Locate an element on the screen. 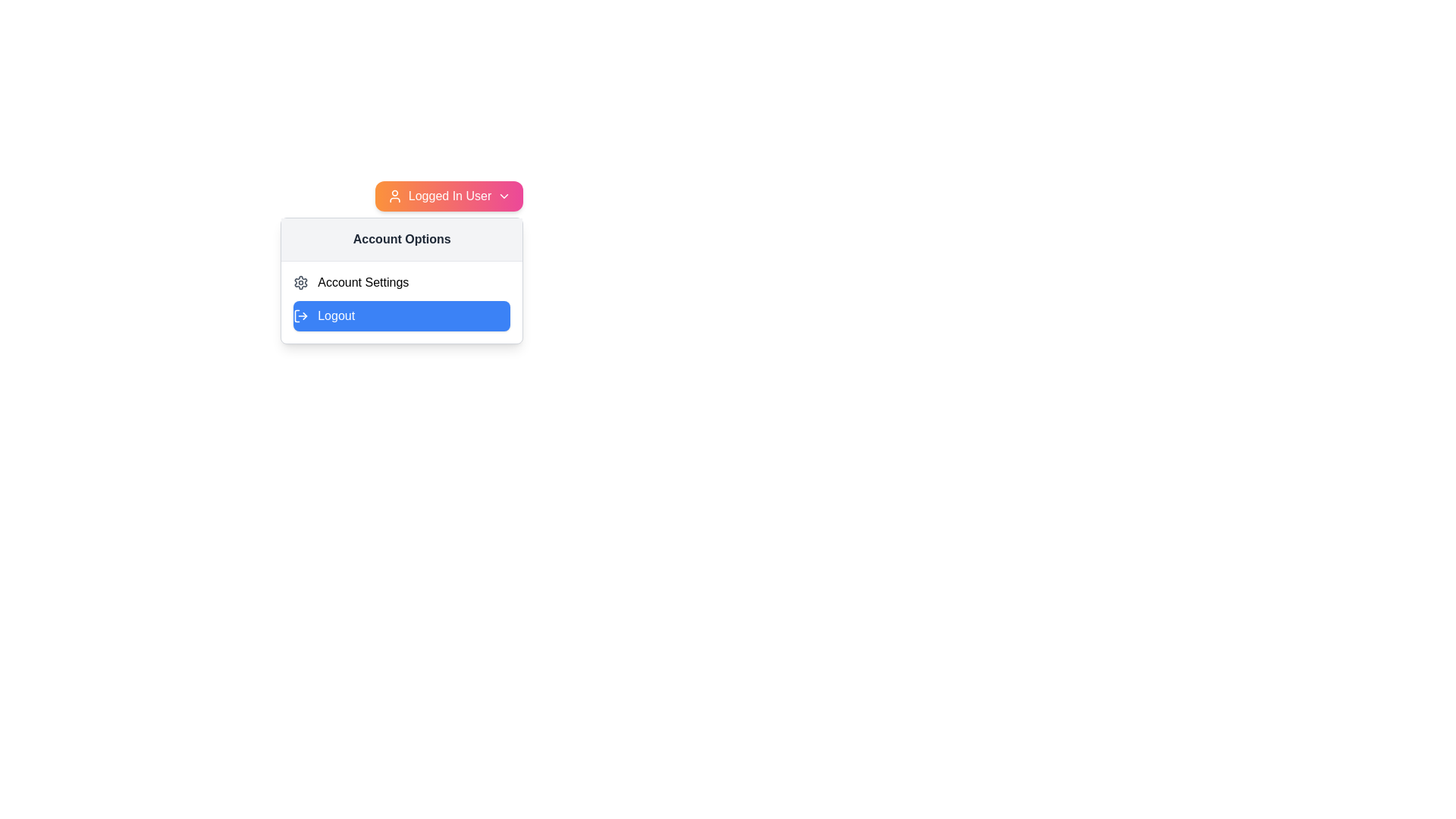 This screenshot has height=819, width=1456. the settings icon located to the left of the 'Account Settings' text, which visually represents the configuration feature for the account settings section is located at coordinates (301, 283).